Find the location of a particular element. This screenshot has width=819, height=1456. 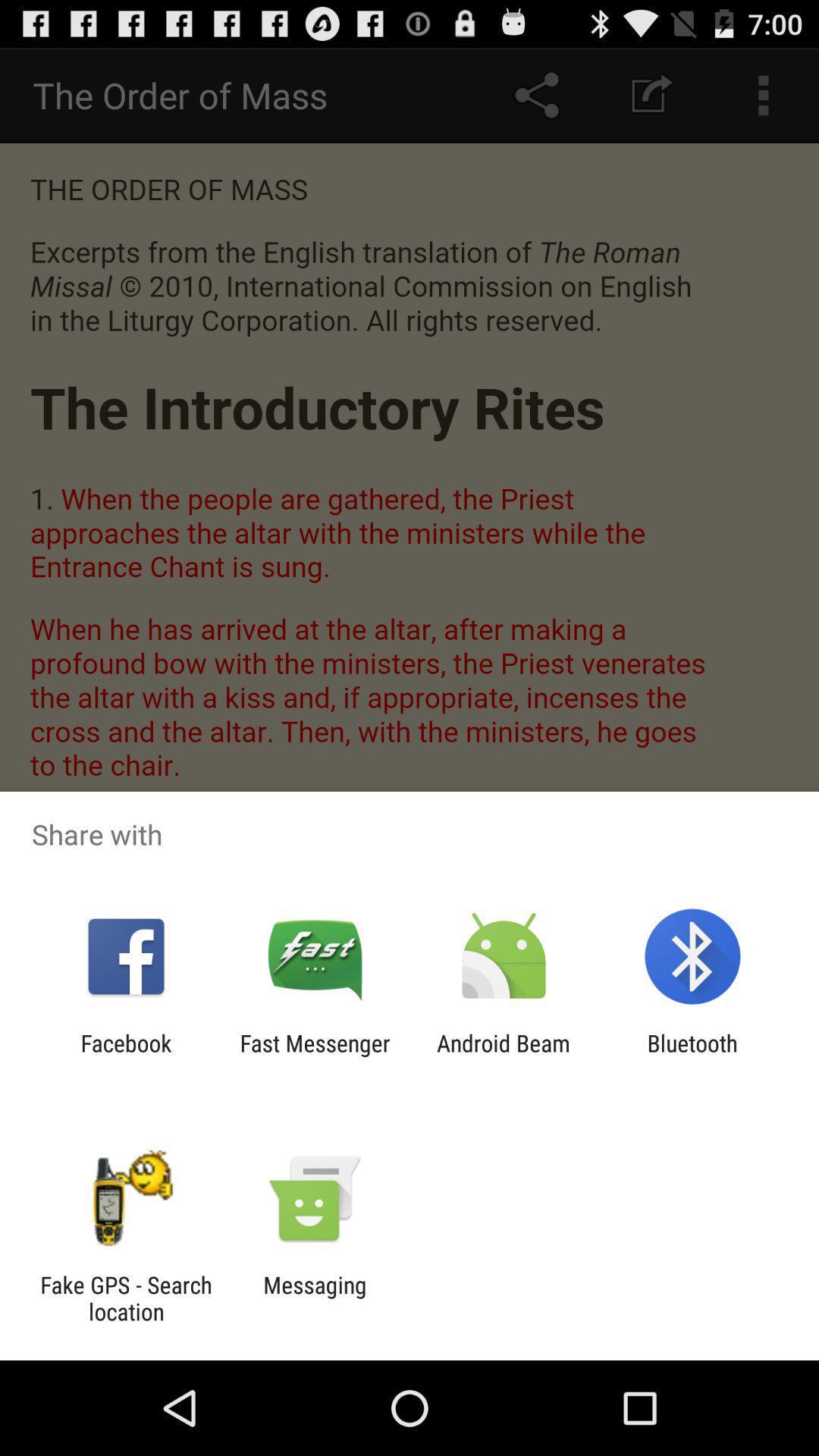

app to the right of android beam is located at coordinates (692, 1056).